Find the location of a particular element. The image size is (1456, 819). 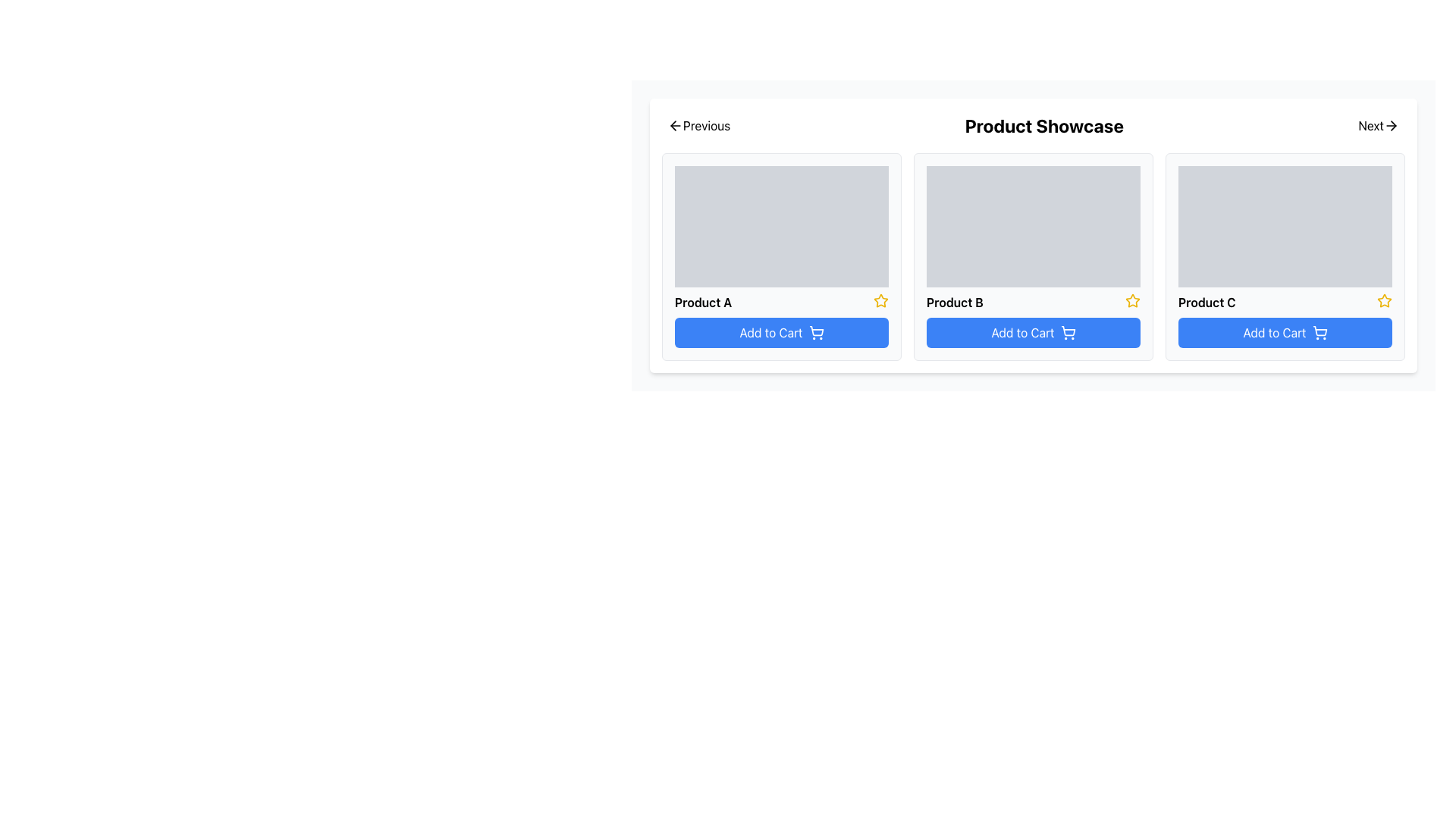

the central portion of the shopping cart icon located within the blue 'Add to Cart' button for 'Product A', which enhances user recognition of the button's purpose is located at coordinates (815, 330).